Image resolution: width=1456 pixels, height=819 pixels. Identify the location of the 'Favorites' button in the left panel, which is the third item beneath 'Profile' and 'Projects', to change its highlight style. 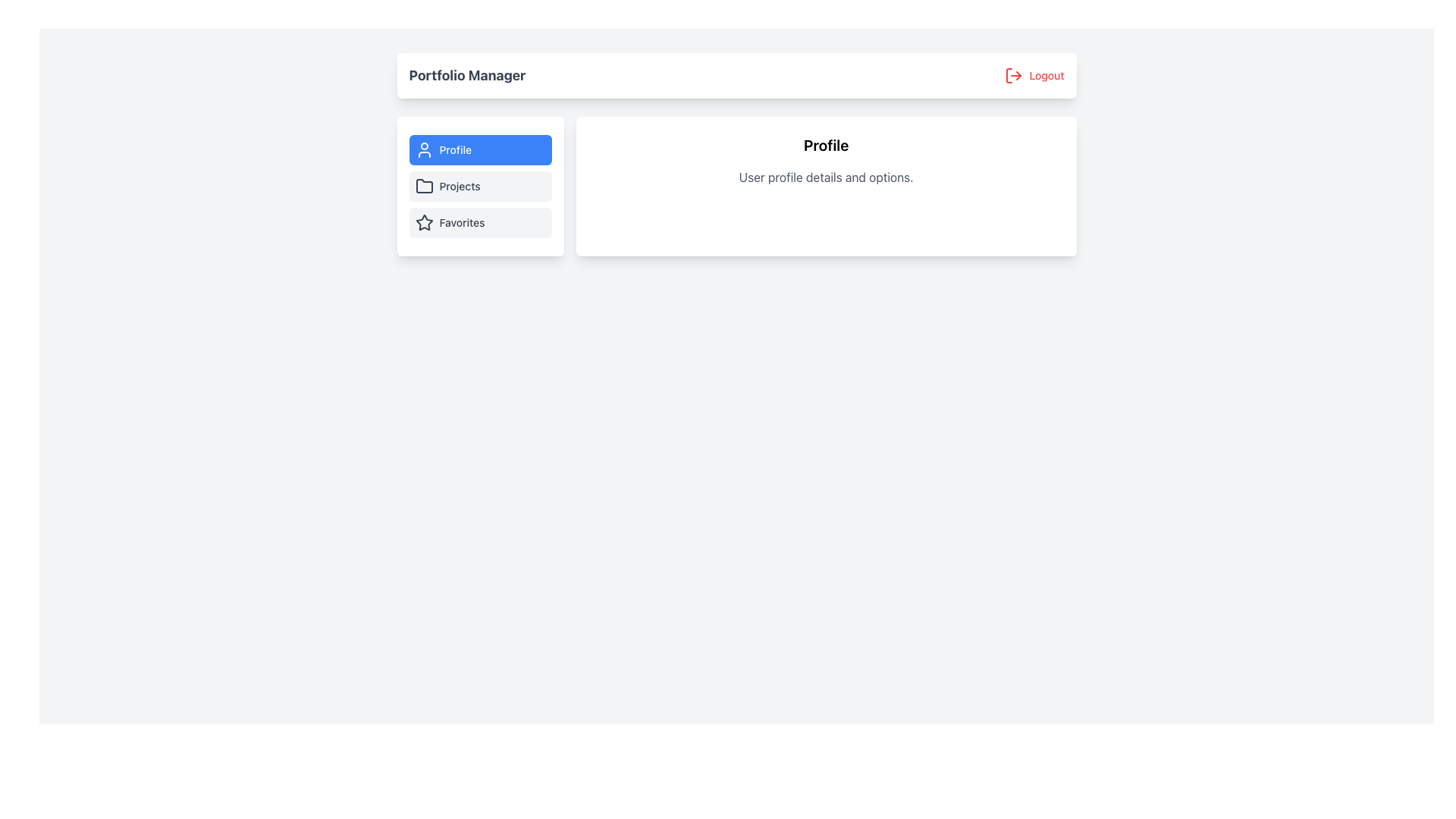
(479, 222).